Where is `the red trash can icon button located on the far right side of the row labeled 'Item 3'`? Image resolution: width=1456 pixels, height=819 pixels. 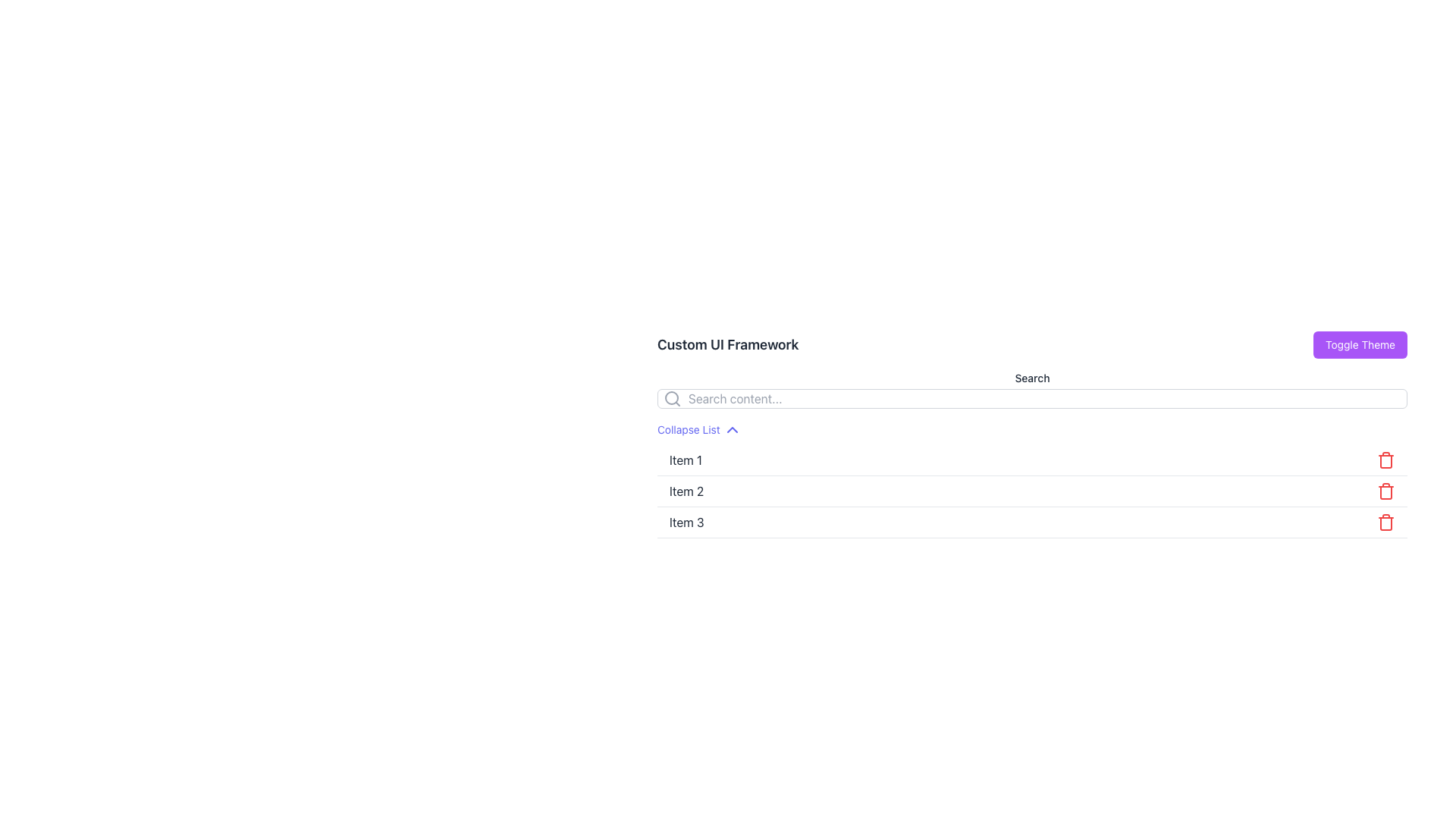
the red trash can icon button located on the far right side of the row labeled 'Item 3' is located at coordinates (1386, 522).